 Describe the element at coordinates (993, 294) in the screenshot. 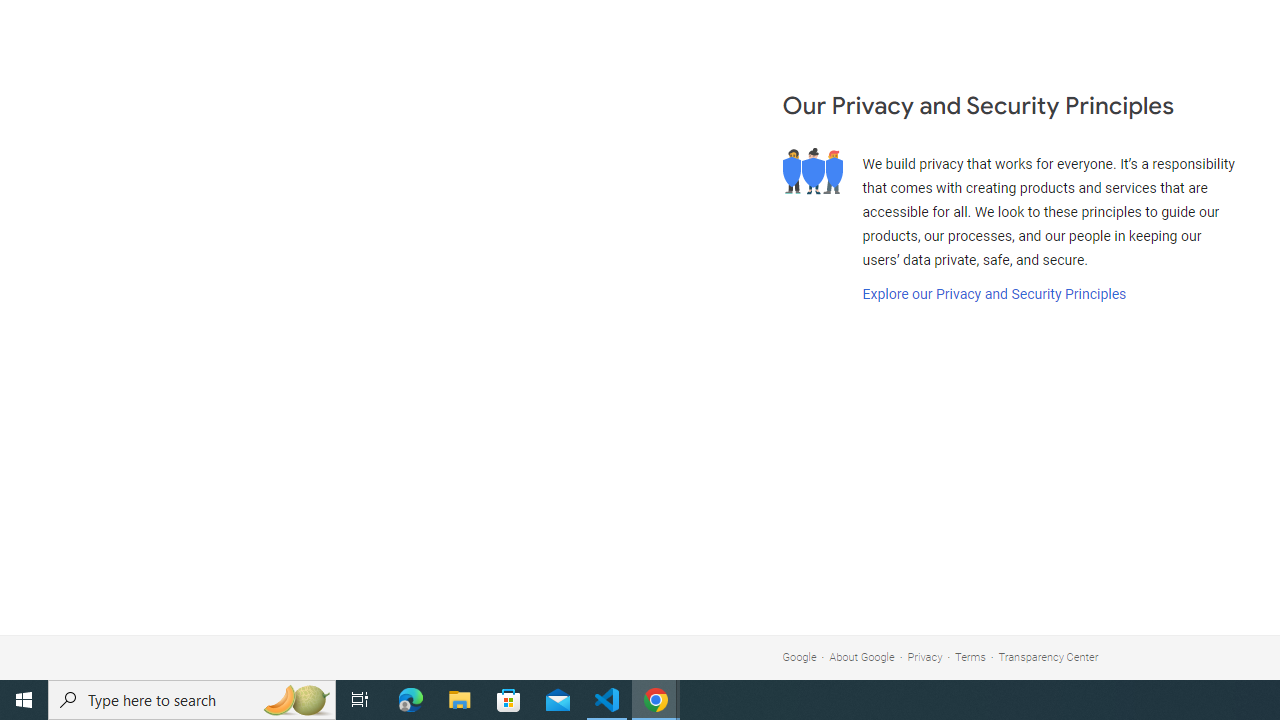

I see `'Explore our Privacy and Security Principles'` at that location.